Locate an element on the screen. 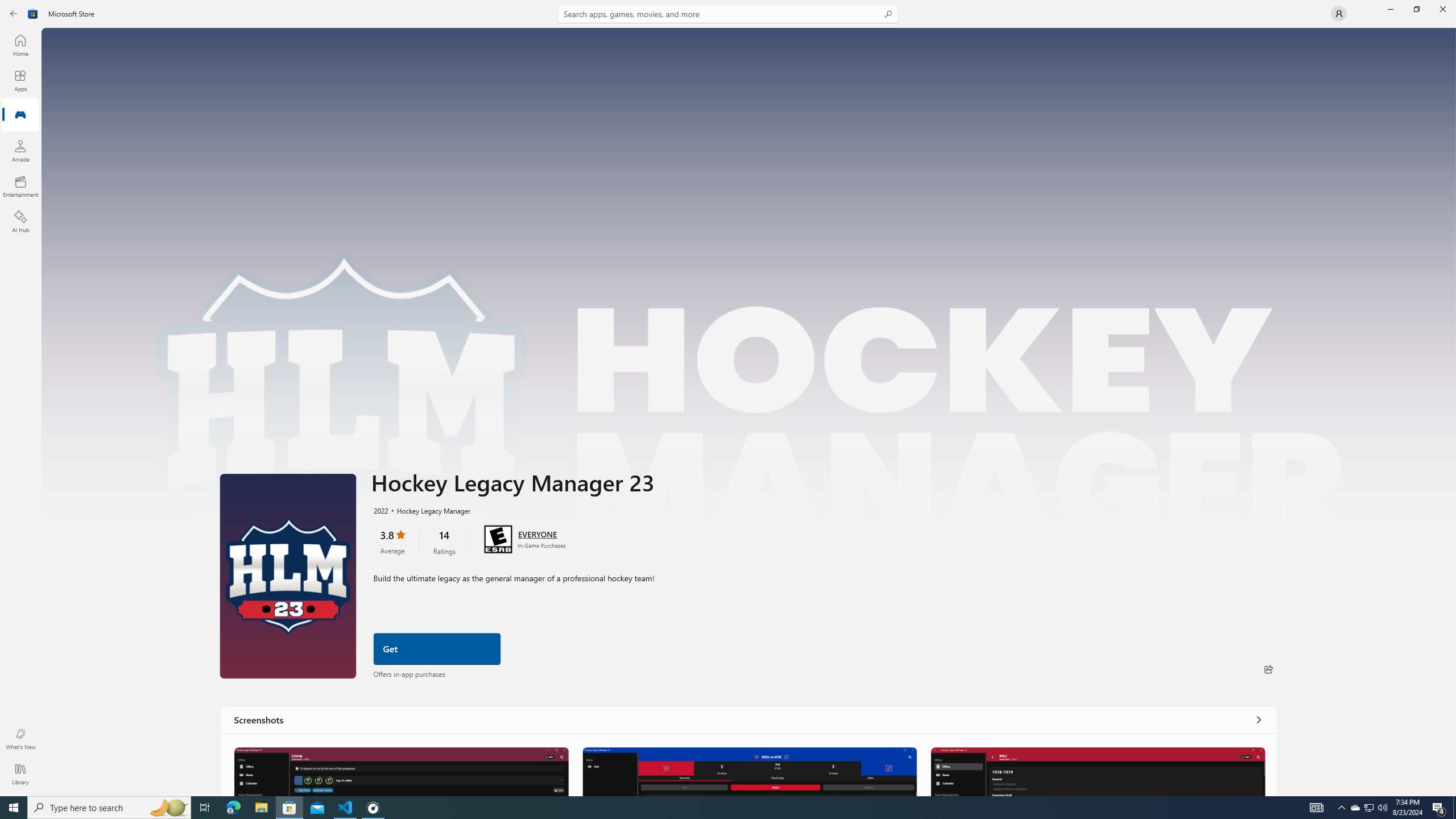  'Apps' is located at coordinates (19, 80).